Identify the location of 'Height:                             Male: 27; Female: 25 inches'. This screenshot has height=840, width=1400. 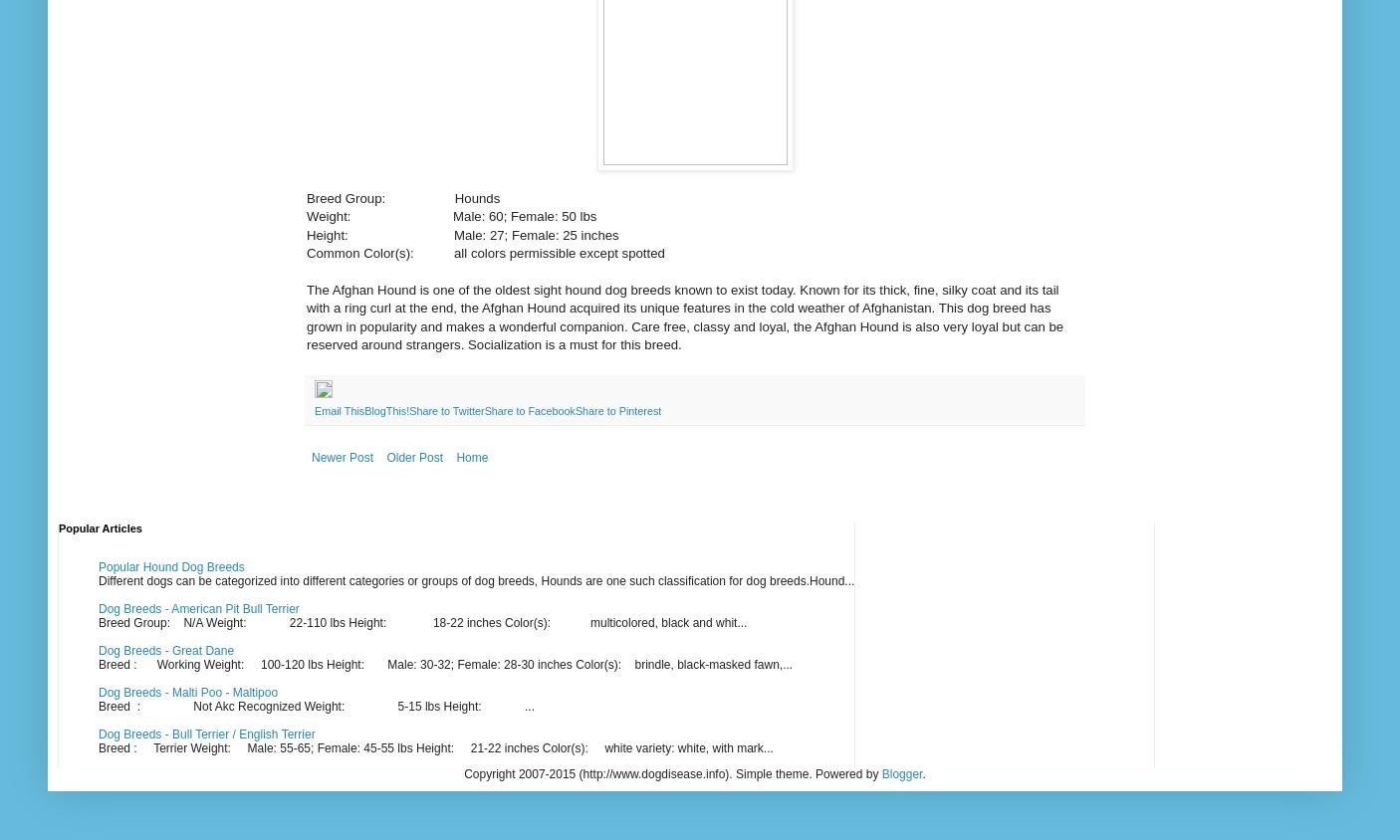
(306, 233).